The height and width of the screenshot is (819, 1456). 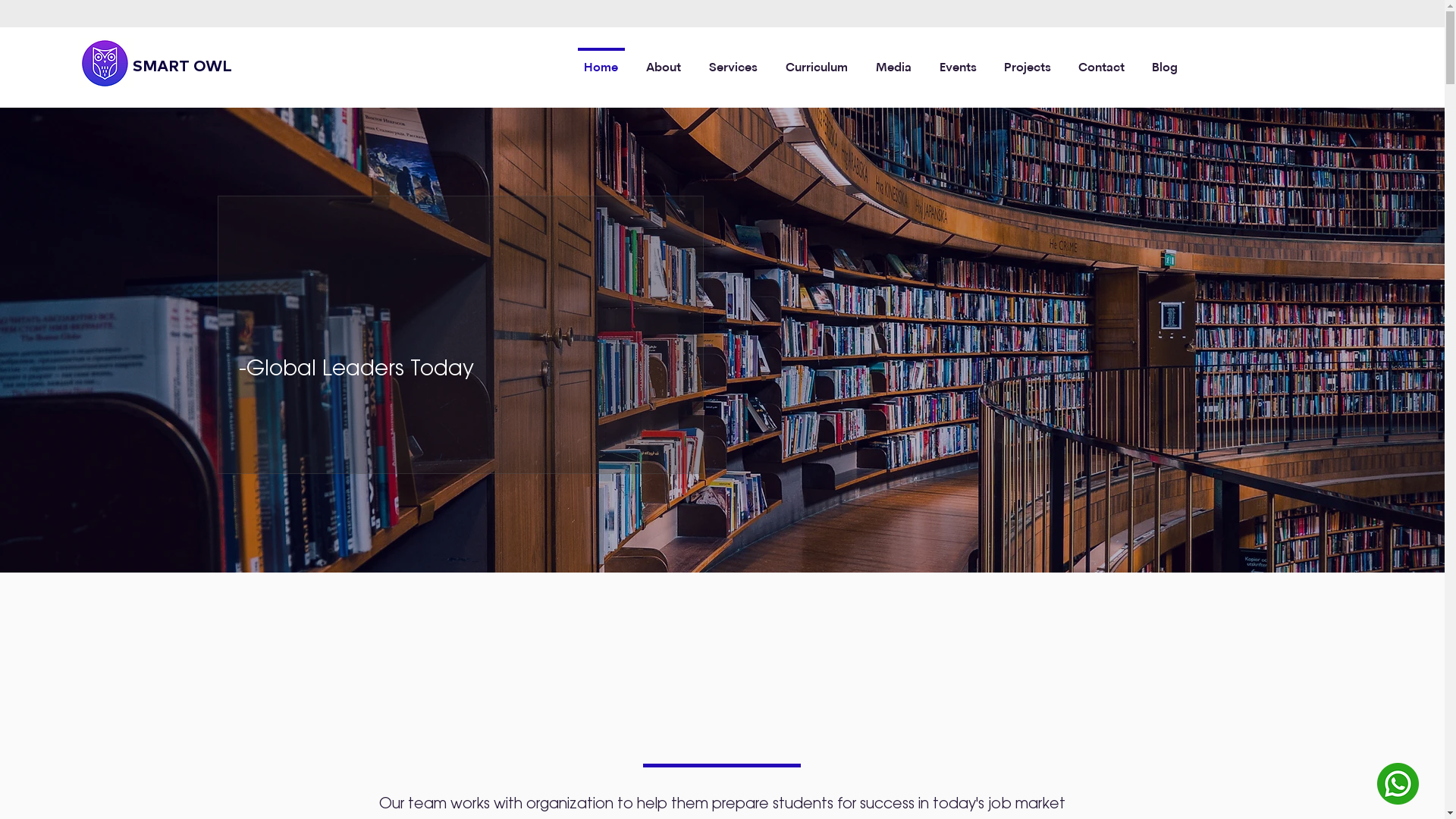 I want to click on 'Services', so click(x=733, y=61).